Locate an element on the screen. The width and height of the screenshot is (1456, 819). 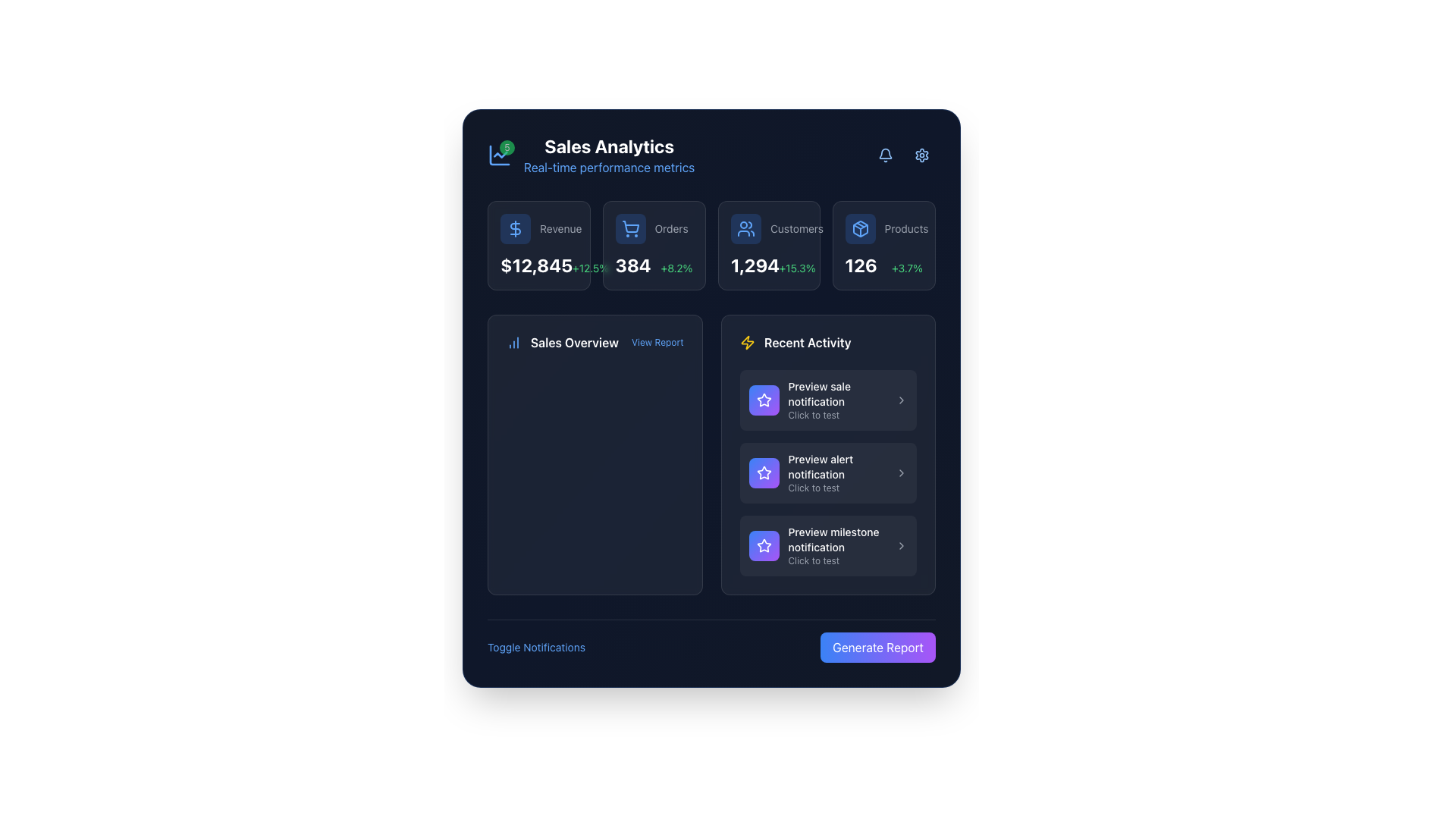
the third interactive notification element is located at coordinates (827, 546).